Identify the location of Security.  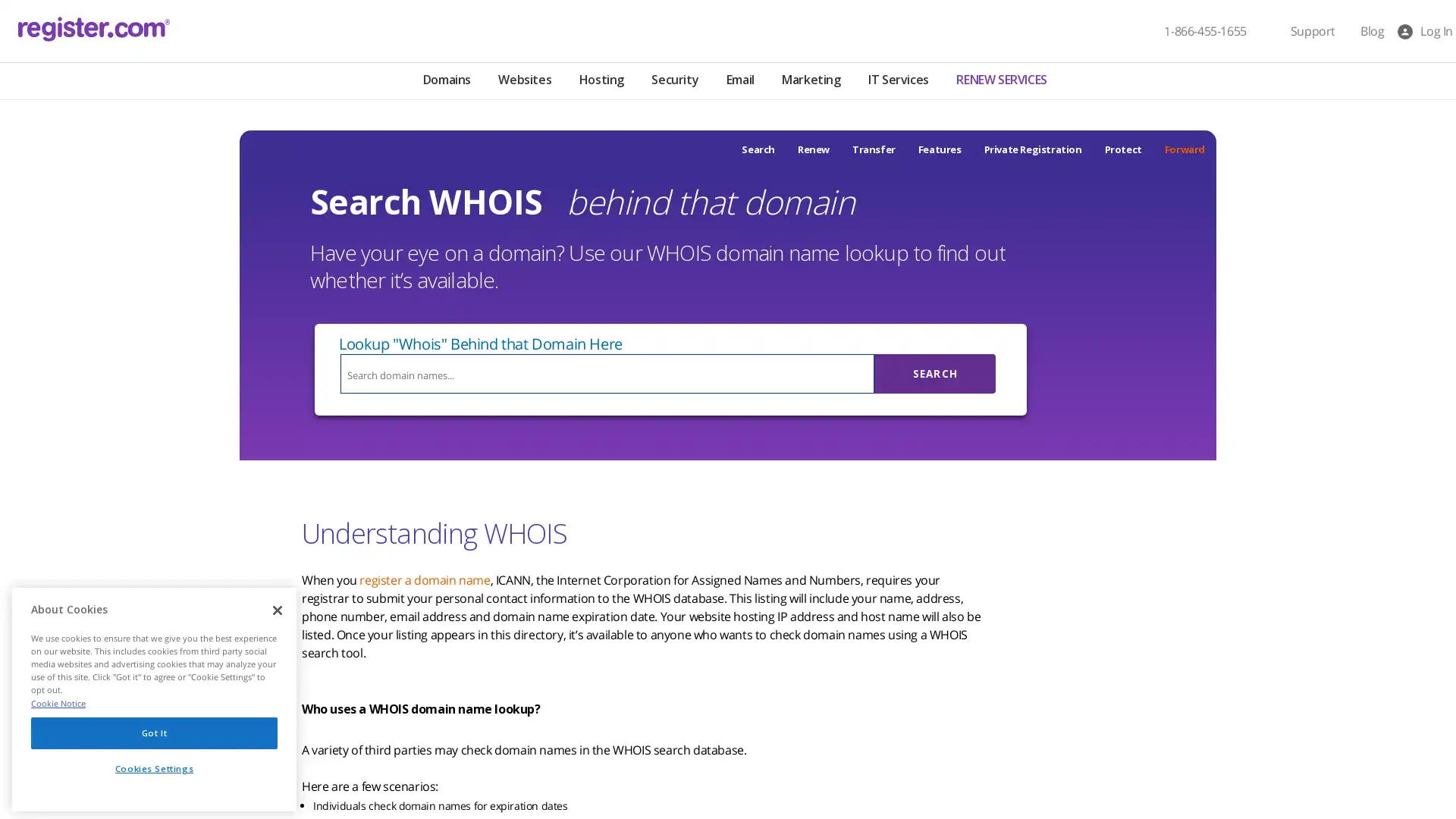
(673, 81).